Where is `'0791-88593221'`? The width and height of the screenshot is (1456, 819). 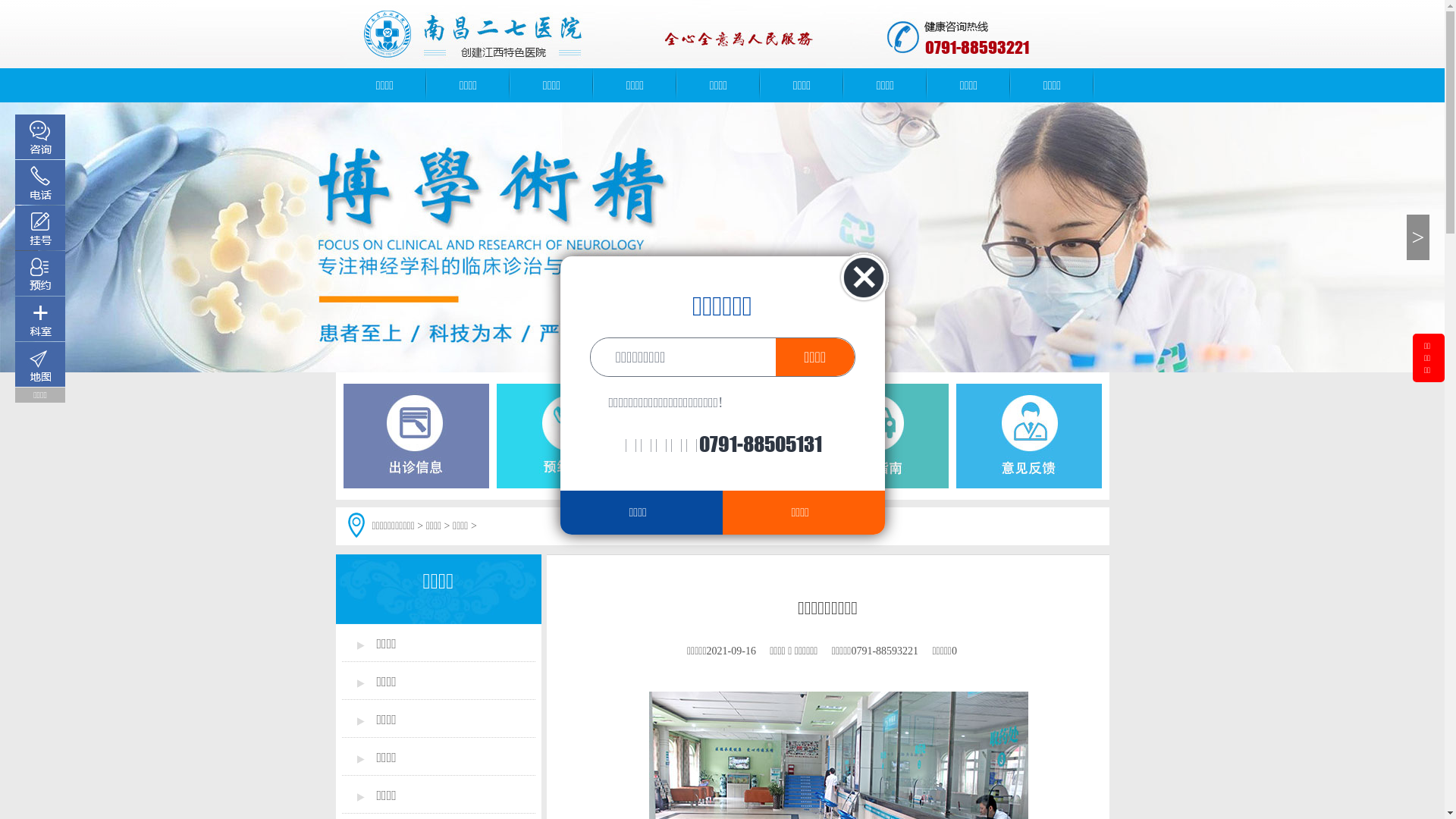
'0791-88593221' is located at coordinates (977, 46).